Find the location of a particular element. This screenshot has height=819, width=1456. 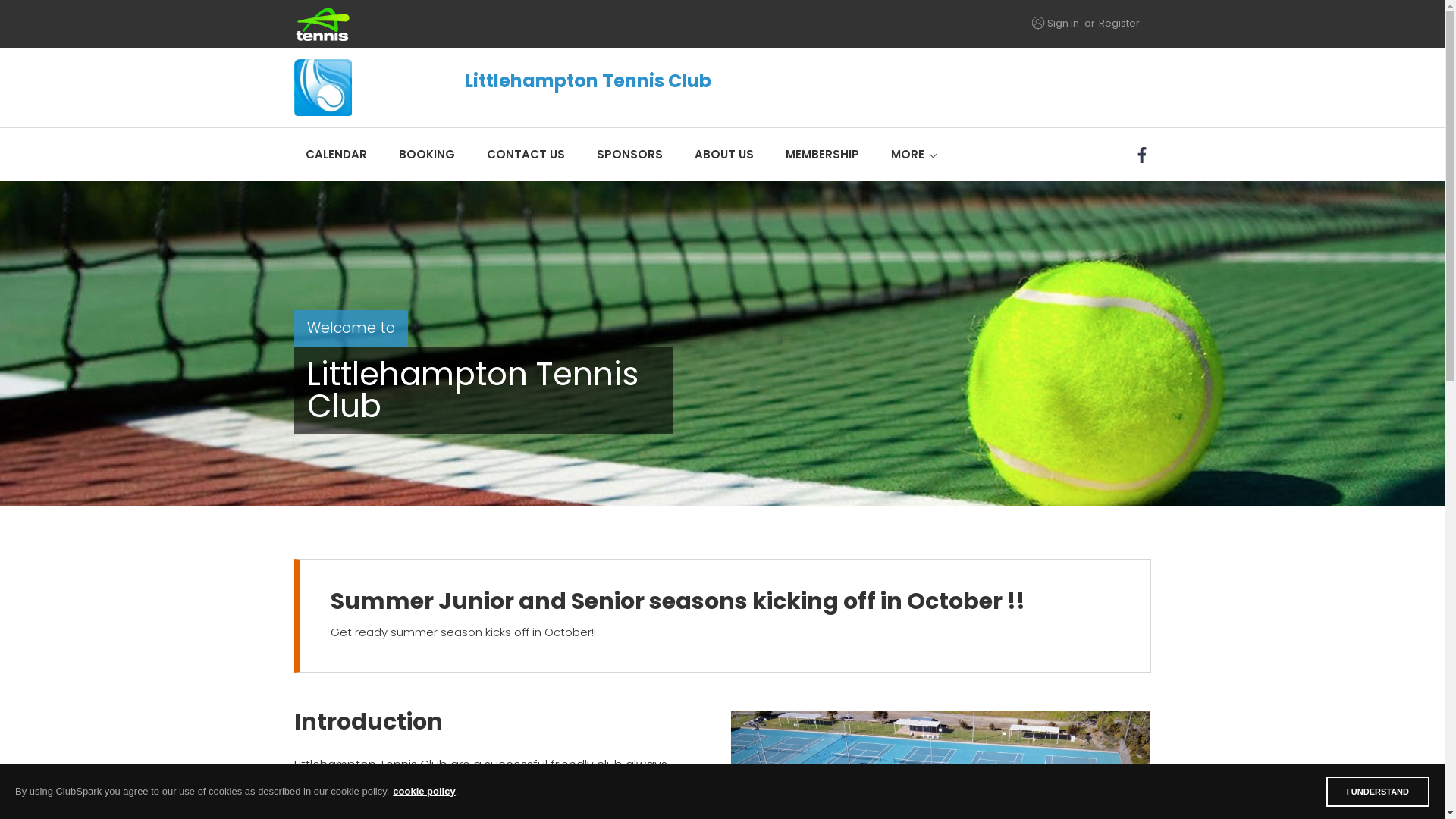

'BOOKING' is located at coordinates (425, 155).